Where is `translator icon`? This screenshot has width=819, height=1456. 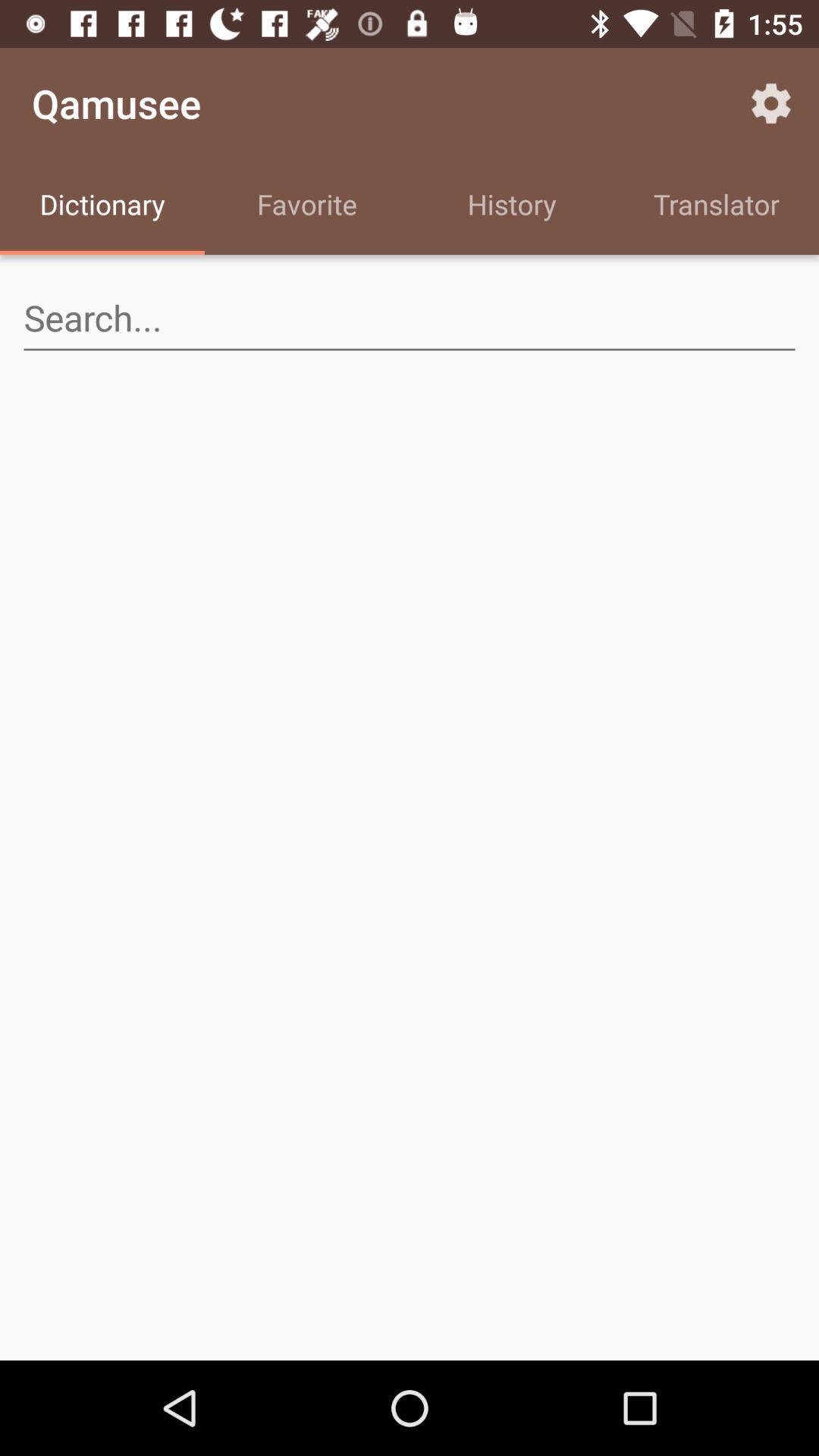 translator icon is located at coordinates (717, 206).